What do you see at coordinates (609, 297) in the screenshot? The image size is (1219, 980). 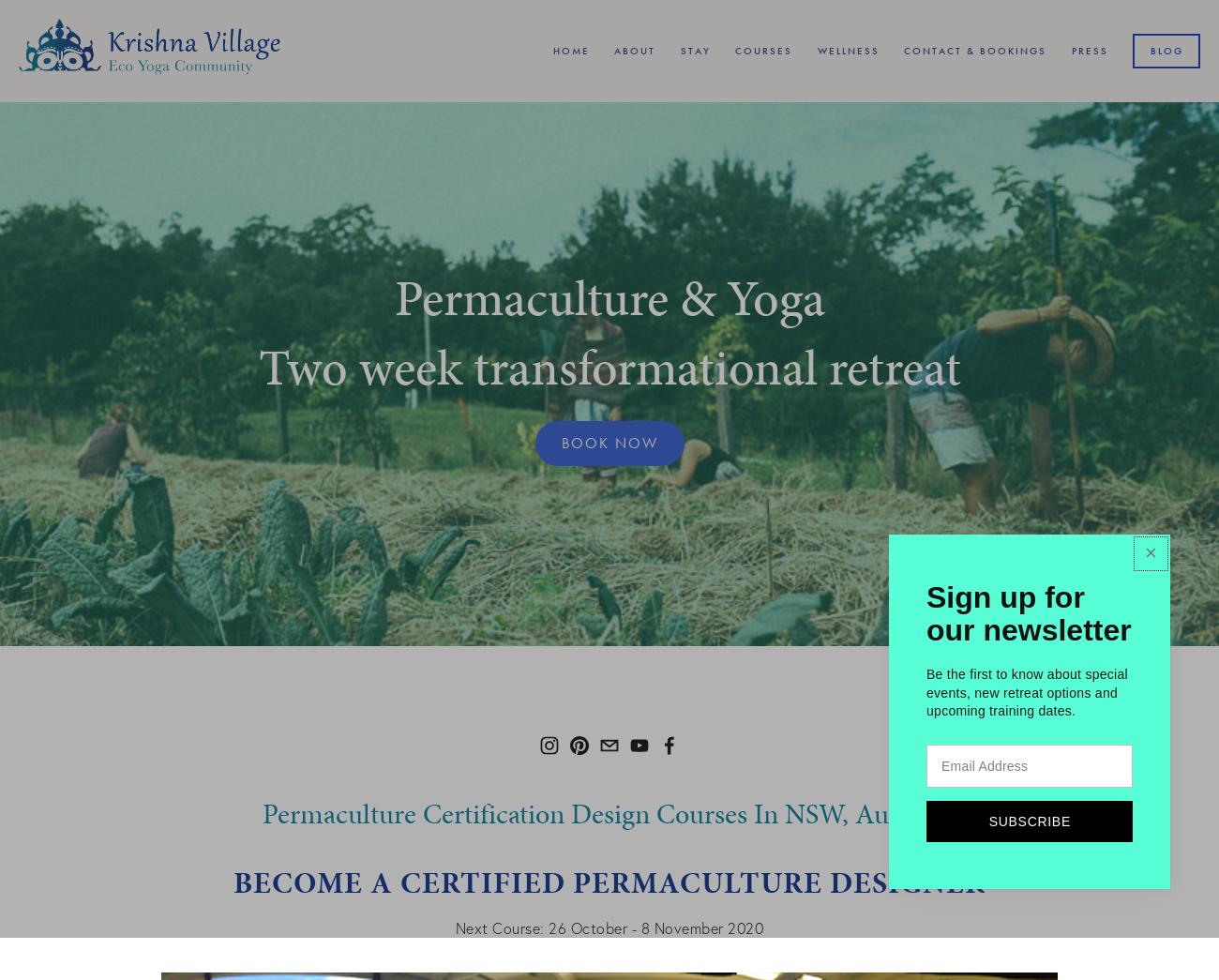 I see `'Permaculture & Yoga'` at bounding box center [609, 297].